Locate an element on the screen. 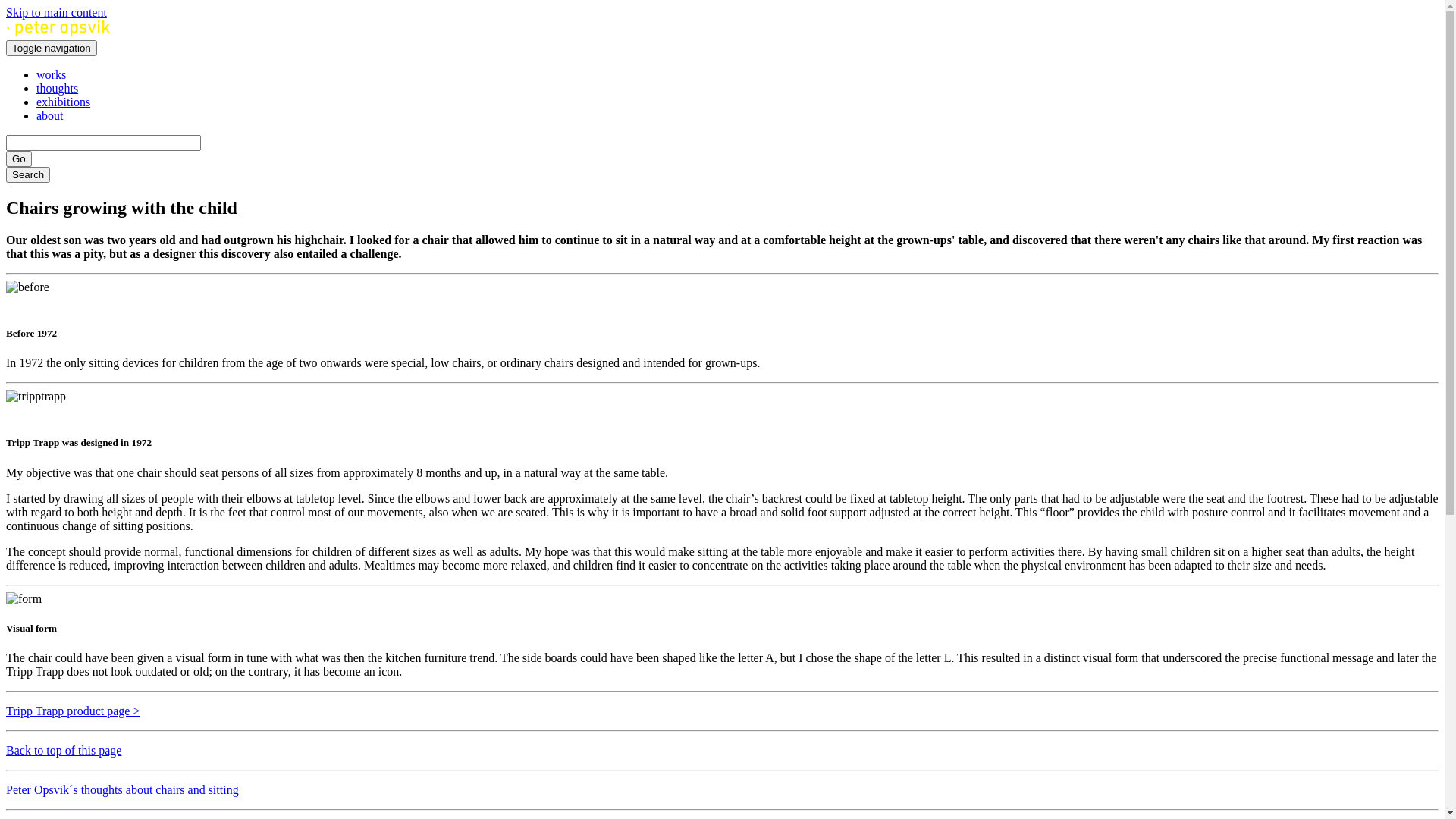  'thoughts' is located at coordinates (57, 88).